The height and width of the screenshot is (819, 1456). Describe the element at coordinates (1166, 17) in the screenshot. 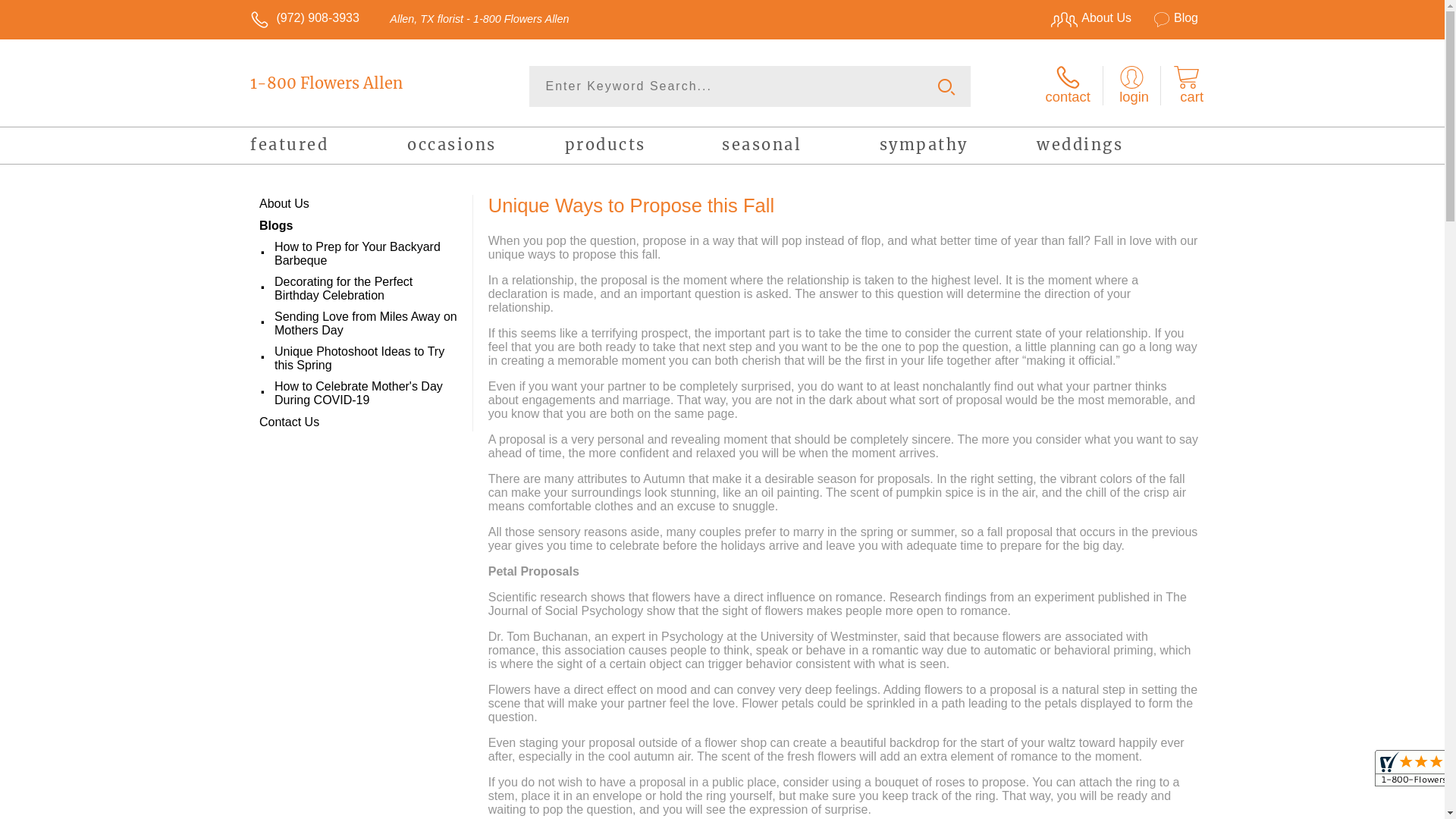

I see `'Blog'` at that location.